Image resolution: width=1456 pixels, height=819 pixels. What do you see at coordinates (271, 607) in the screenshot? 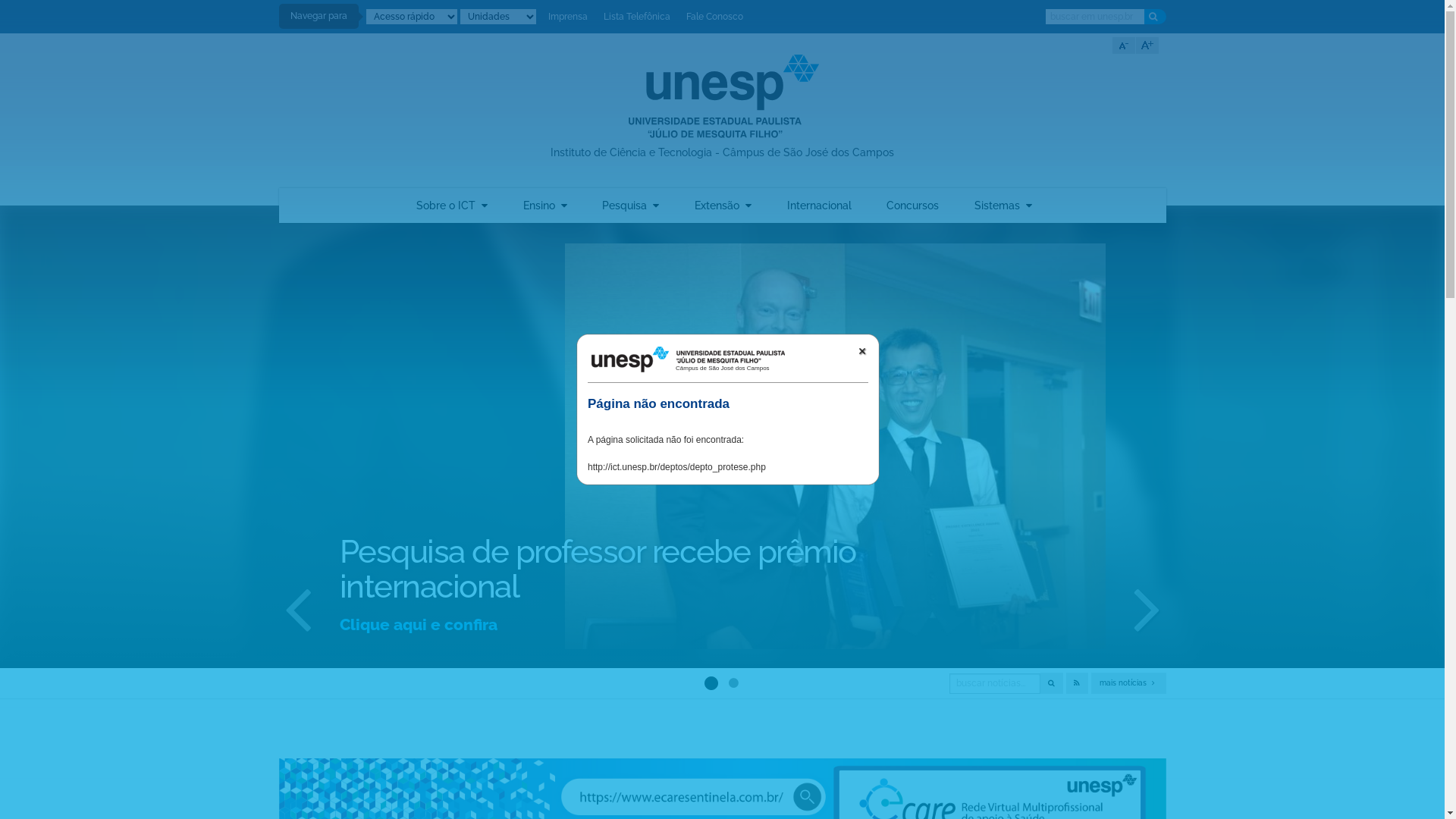
I see `'Previous'` at bounding box center [271, 607].